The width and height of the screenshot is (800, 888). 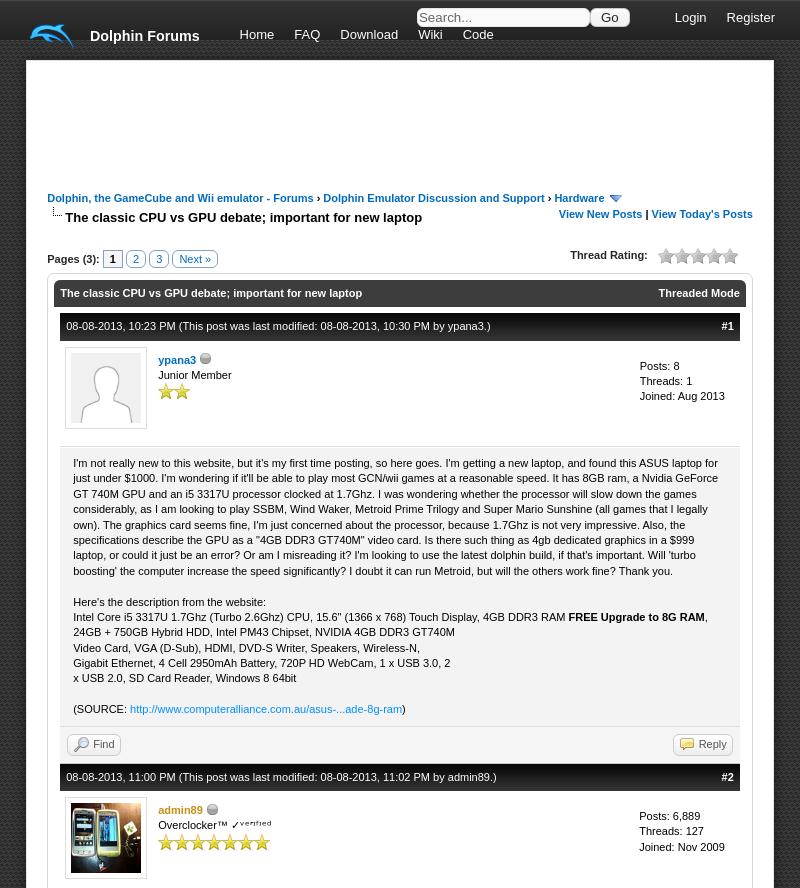 What do you see at coordinates (637, 394) in the screenshot?
I see `'Joined: Aug 2013'` at bounding box center [637, 394].